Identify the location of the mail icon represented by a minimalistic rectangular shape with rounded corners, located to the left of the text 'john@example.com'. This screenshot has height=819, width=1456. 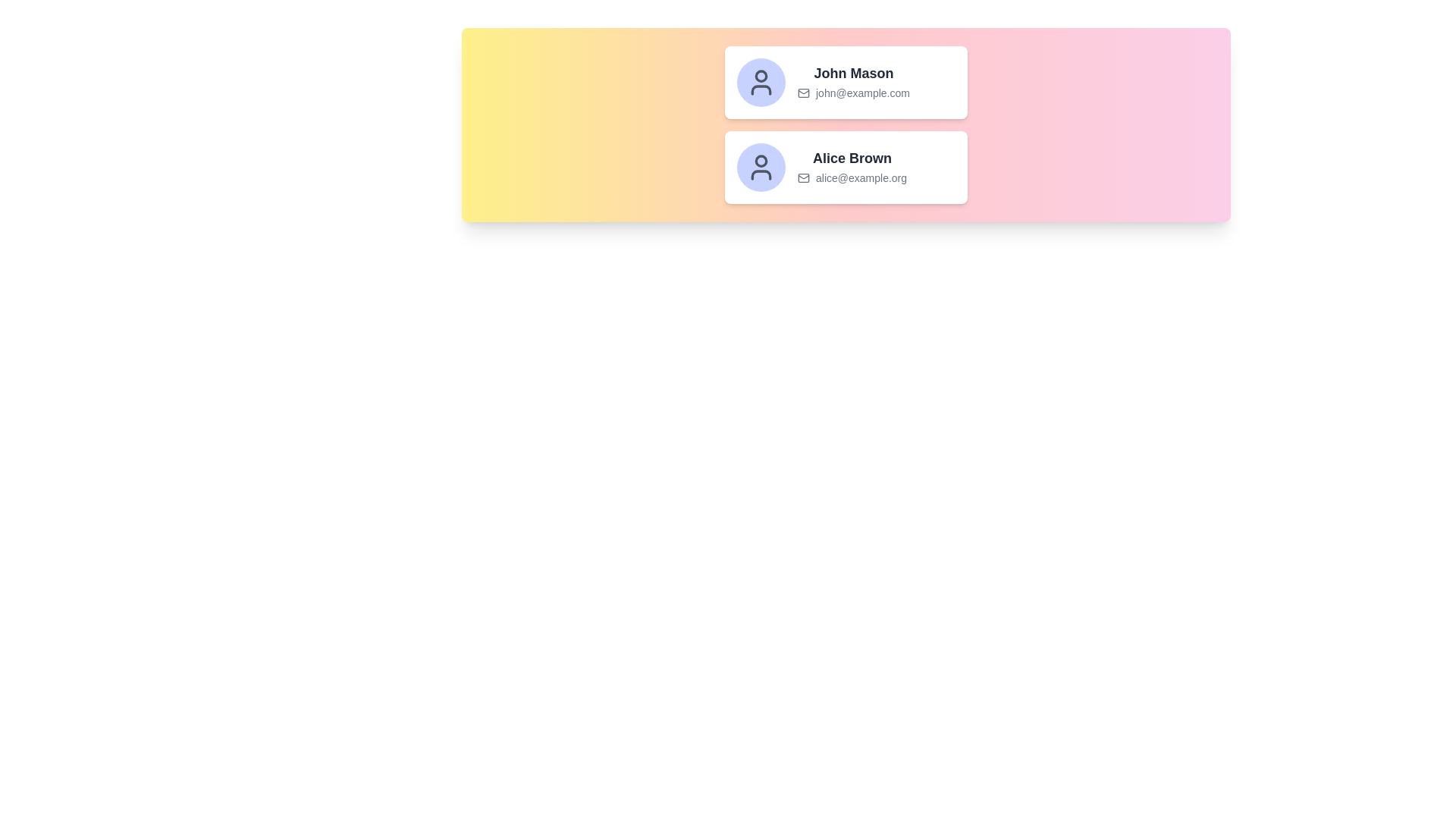
(803, 93).